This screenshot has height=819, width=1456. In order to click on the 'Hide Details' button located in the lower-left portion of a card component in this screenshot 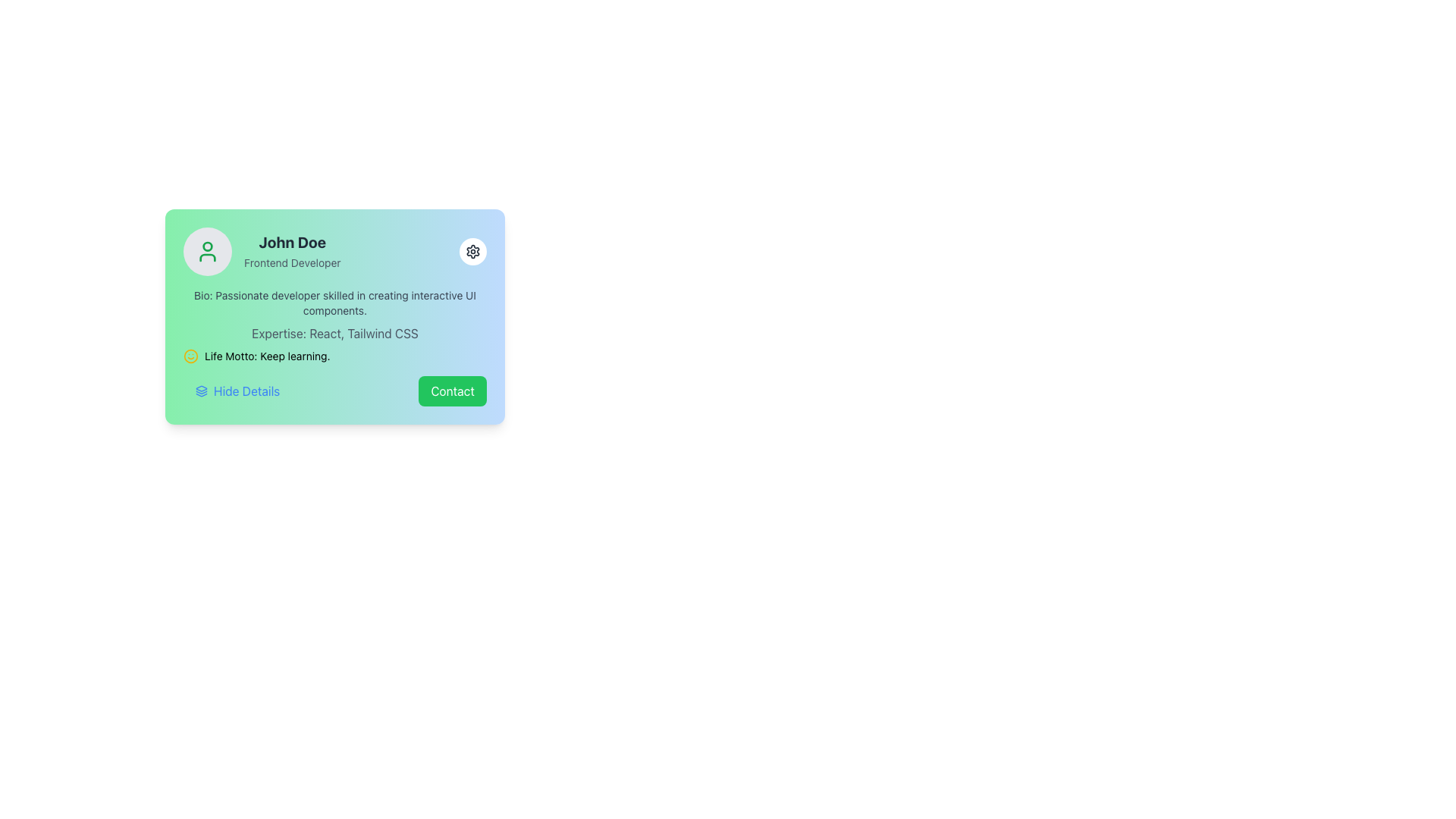, I will do `click(237, 391)`.